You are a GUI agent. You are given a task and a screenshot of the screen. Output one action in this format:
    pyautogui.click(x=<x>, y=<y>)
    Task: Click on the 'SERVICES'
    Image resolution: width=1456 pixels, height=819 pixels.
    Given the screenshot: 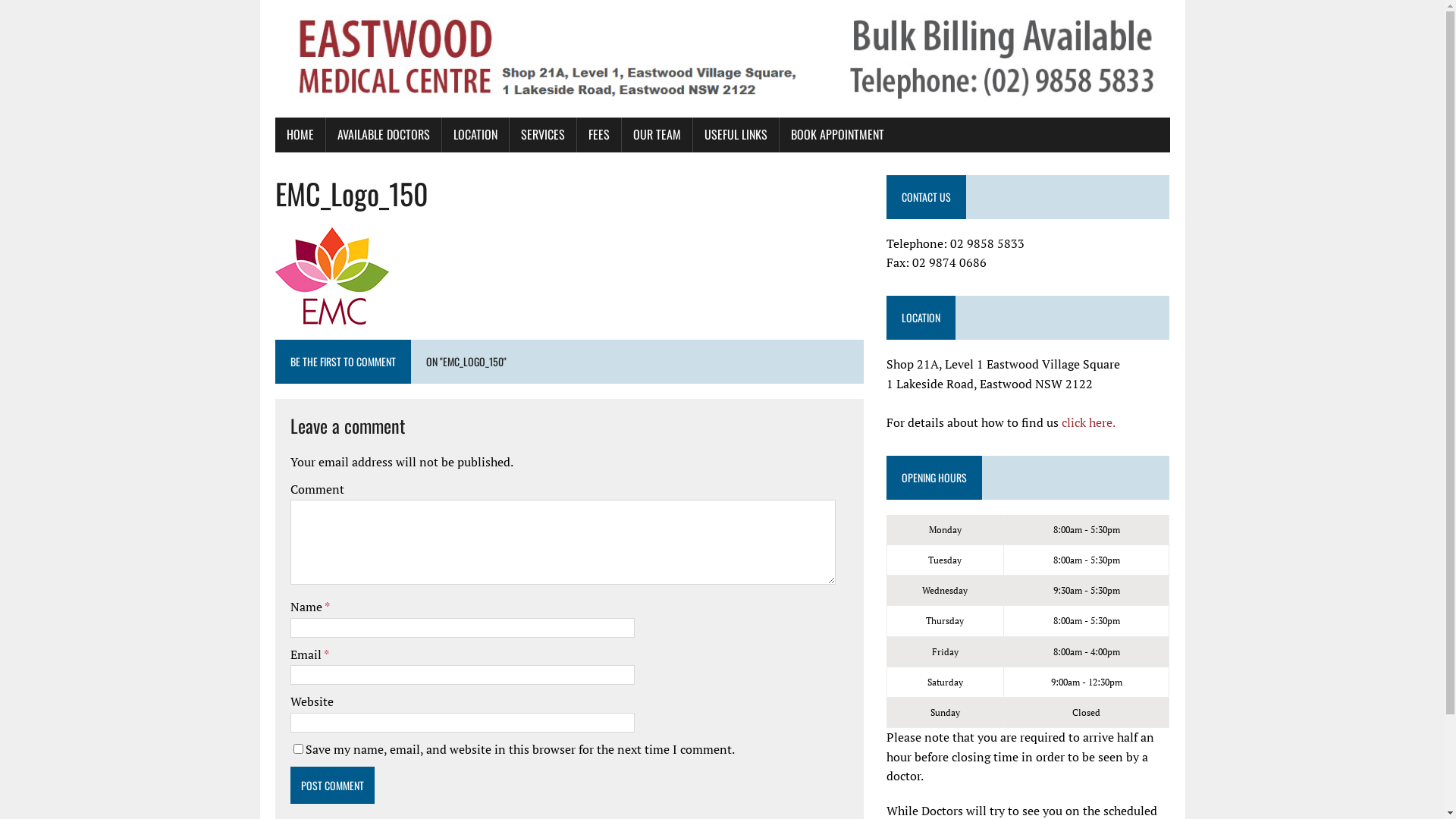 What is the action you would take?
    pyautogui.click(x=510, y=133)
    